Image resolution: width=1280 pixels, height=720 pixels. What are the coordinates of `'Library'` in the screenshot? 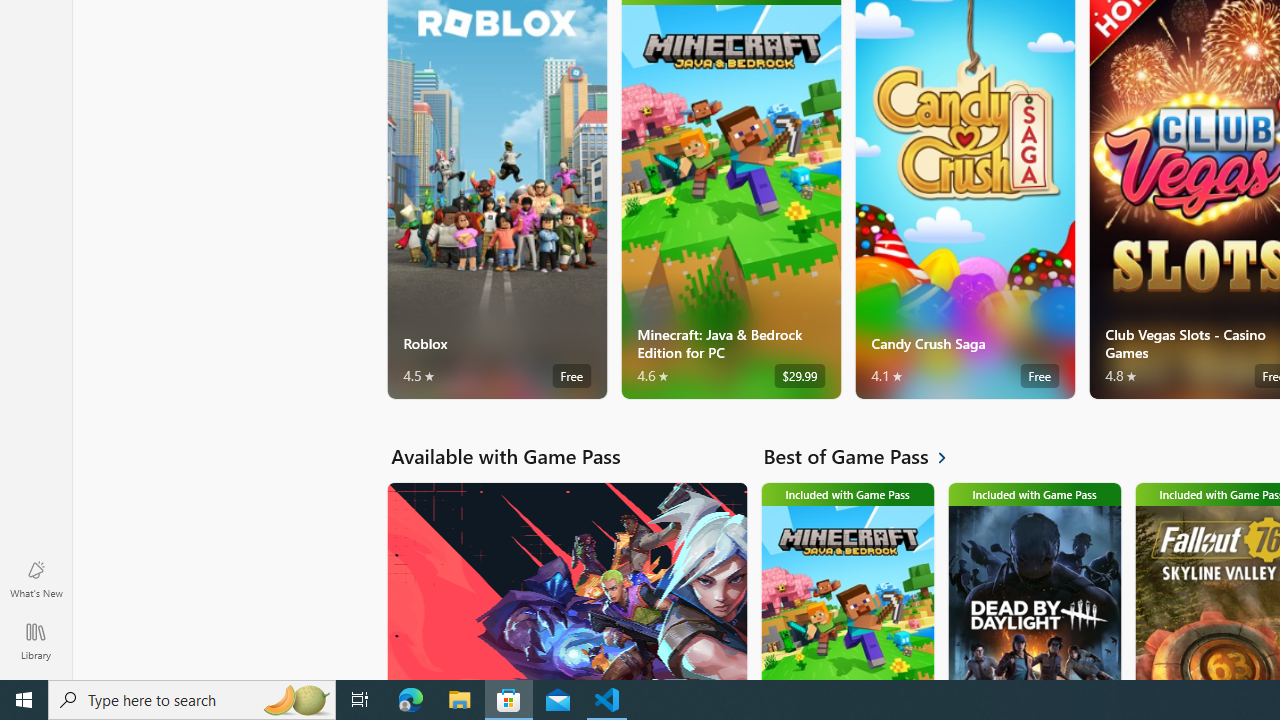 It's located at (35, 640).